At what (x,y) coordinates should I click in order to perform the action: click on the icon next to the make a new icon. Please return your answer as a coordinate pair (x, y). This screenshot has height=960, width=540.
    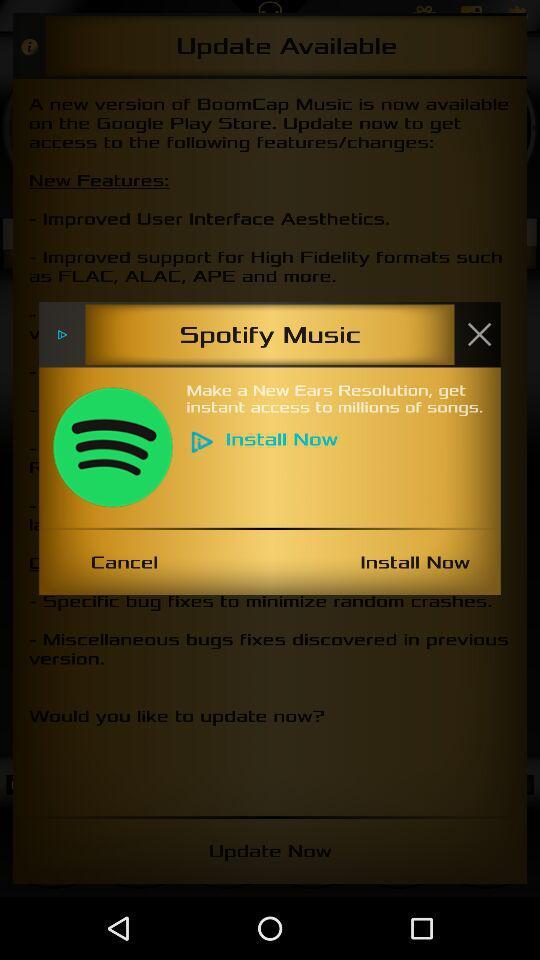
    Looking at the image, I should click on (112, 447).